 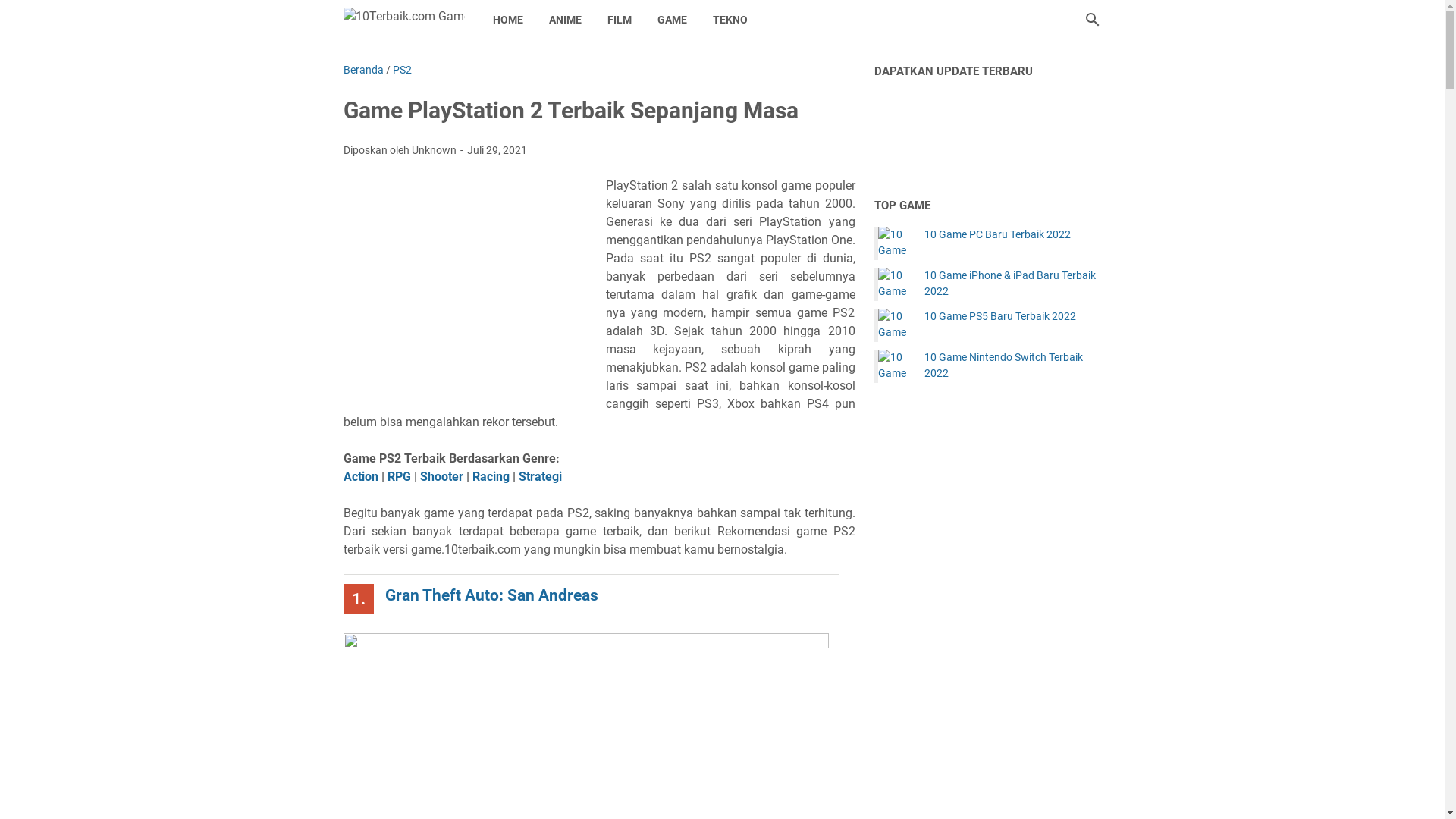 What do you see at coordinates (563, 20) in the screenshot?
I see `'ANIME'` at bounding box center [563, 20].